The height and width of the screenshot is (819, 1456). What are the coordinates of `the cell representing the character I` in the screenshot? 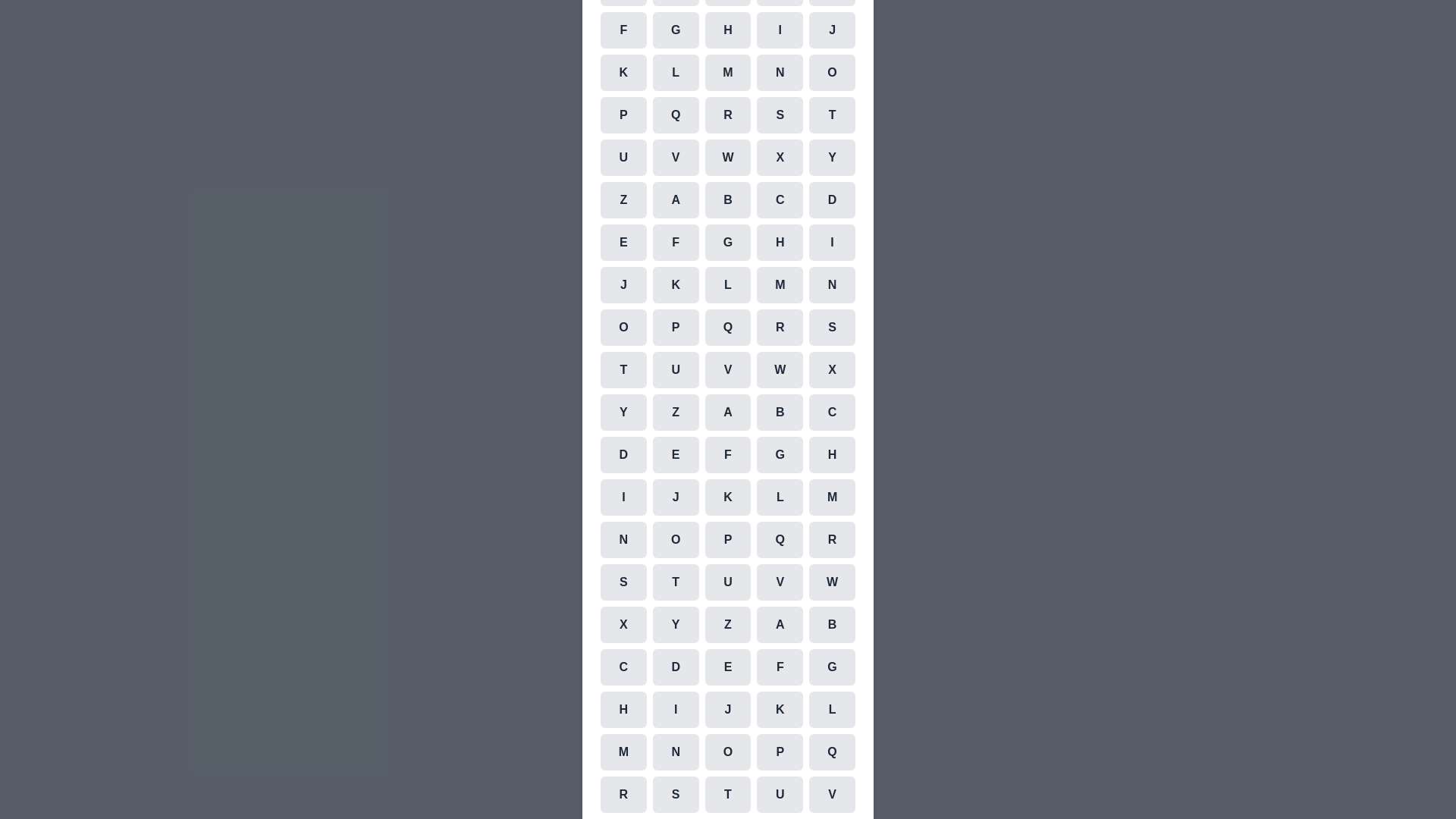 It's located at (780, 30).